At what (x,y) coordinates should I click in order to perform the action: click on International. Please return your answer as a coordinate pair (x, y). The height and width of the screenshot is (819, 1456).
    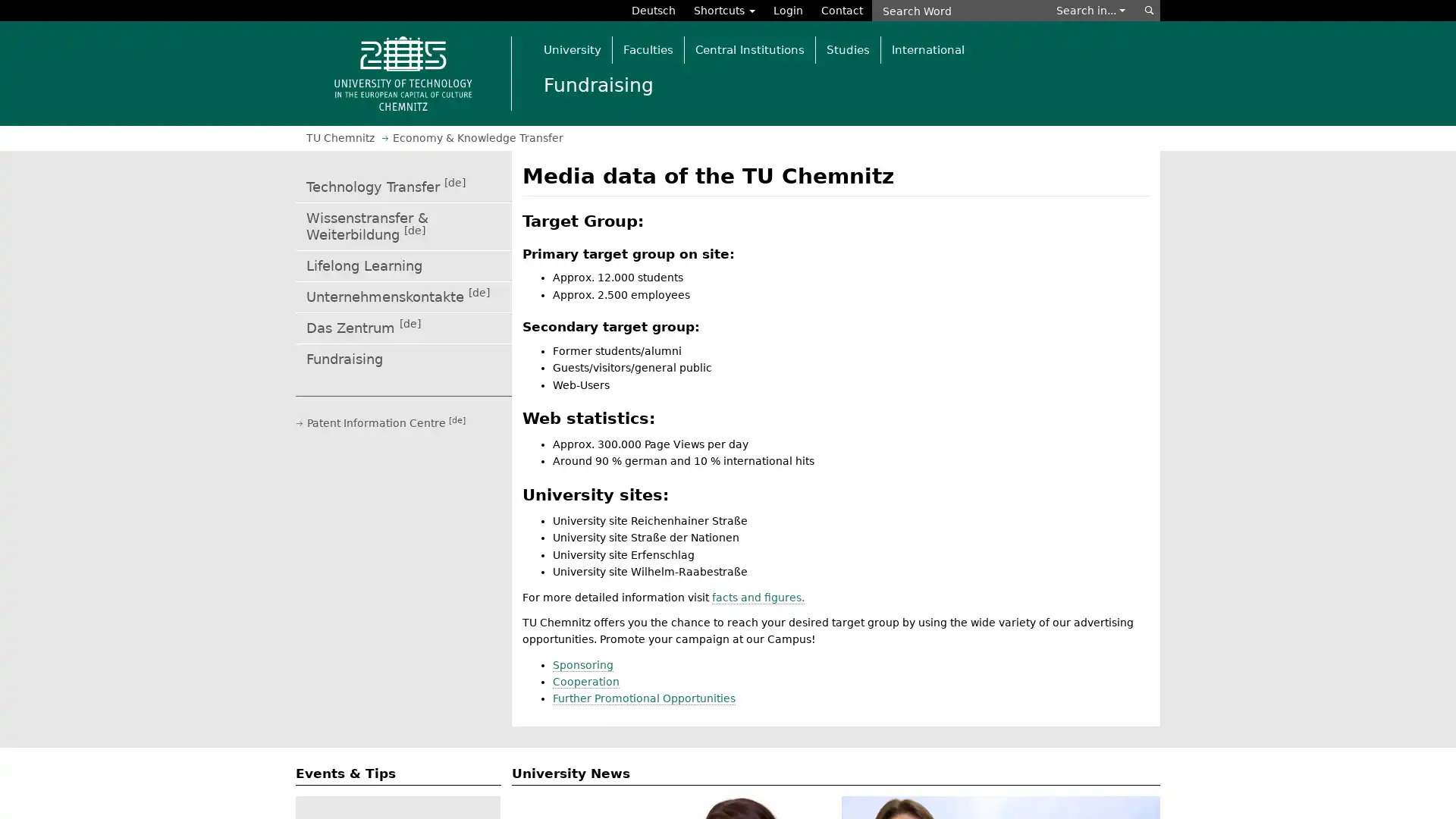
    Looking at the image, I should click on (927, 49).